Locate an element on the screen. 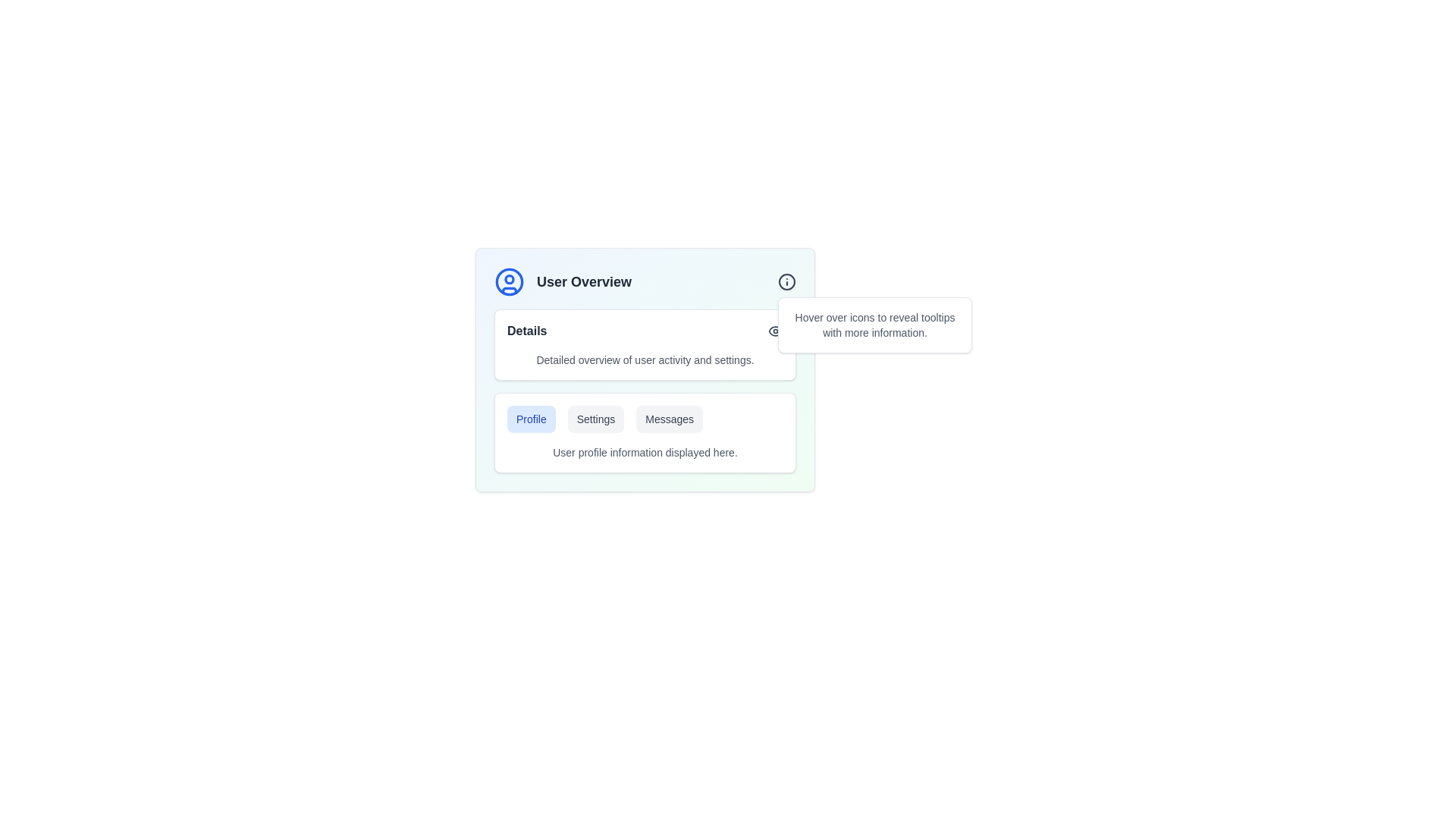  the header text element located at the top-left of the section, next is located at coordinates (562, 281).